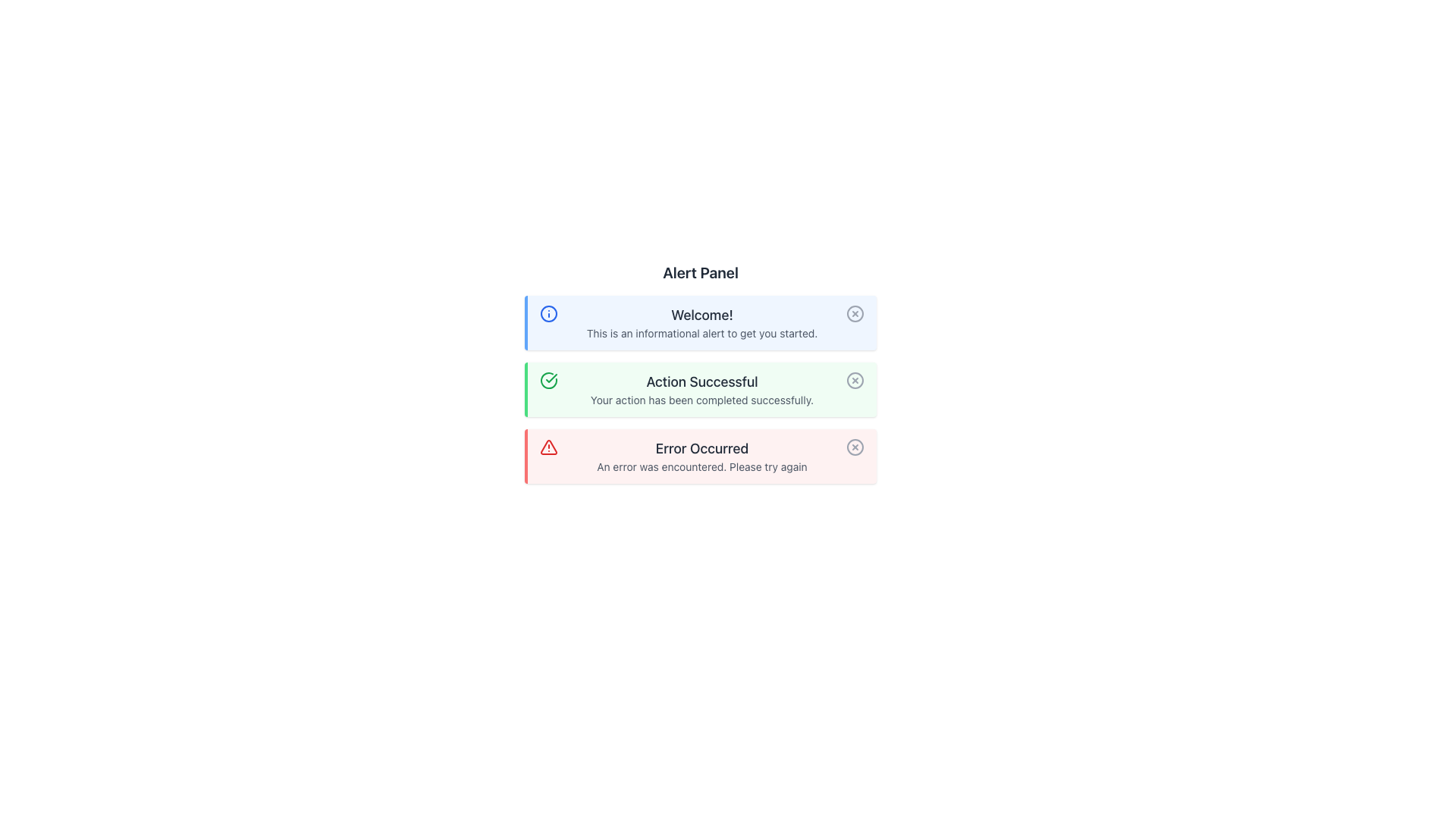  What do you see at coordinates (548, 447) in the screenshot?
I see `the alert represented by the triangular error icon located to the left of the 'Error Occurred' message box` at bounding box center [548, 447].